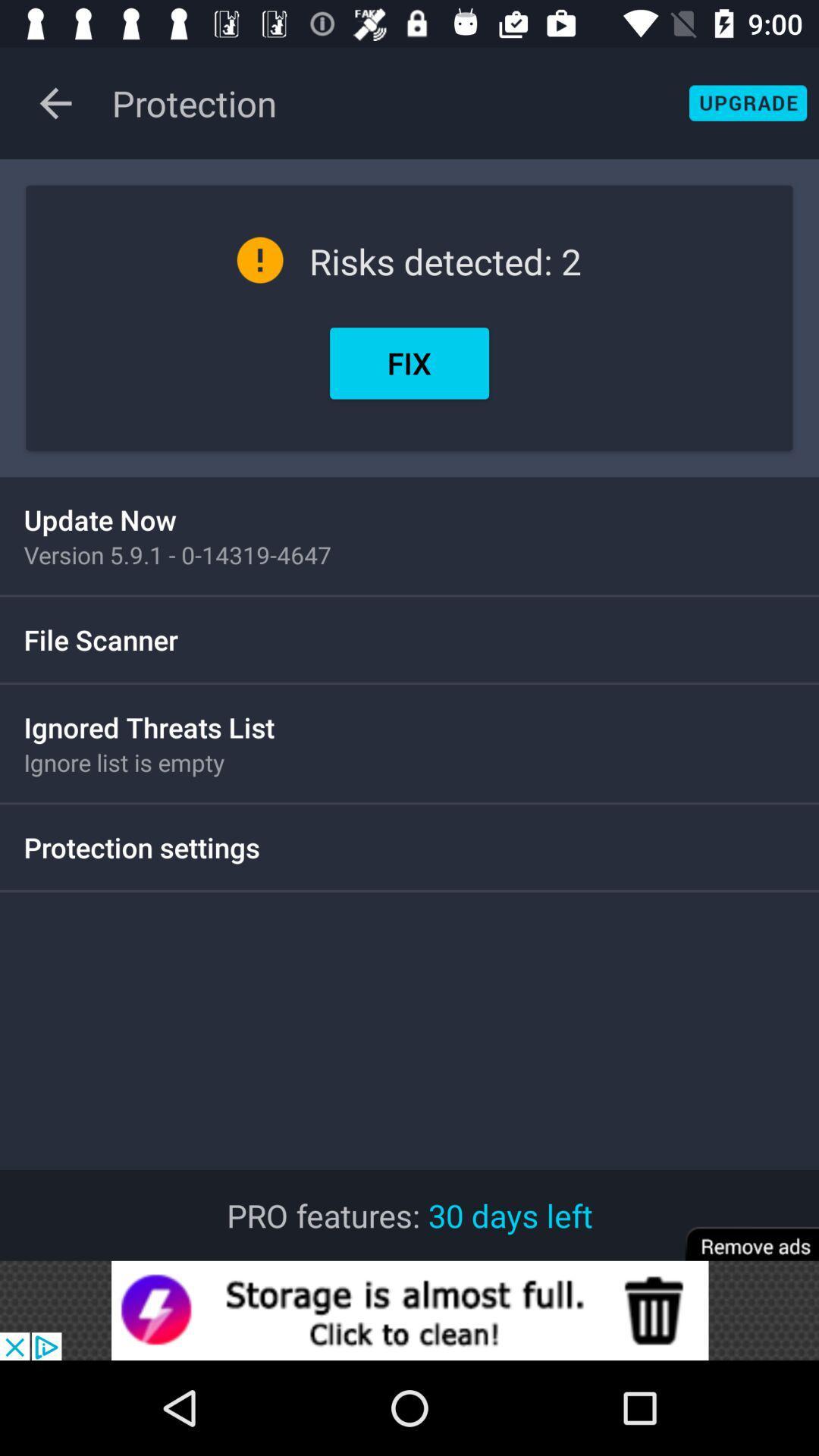 The image size is (819, 1456). Describe the element at coordinates (409, 1310) in the screenshot. I see `click advertisement` at that location.